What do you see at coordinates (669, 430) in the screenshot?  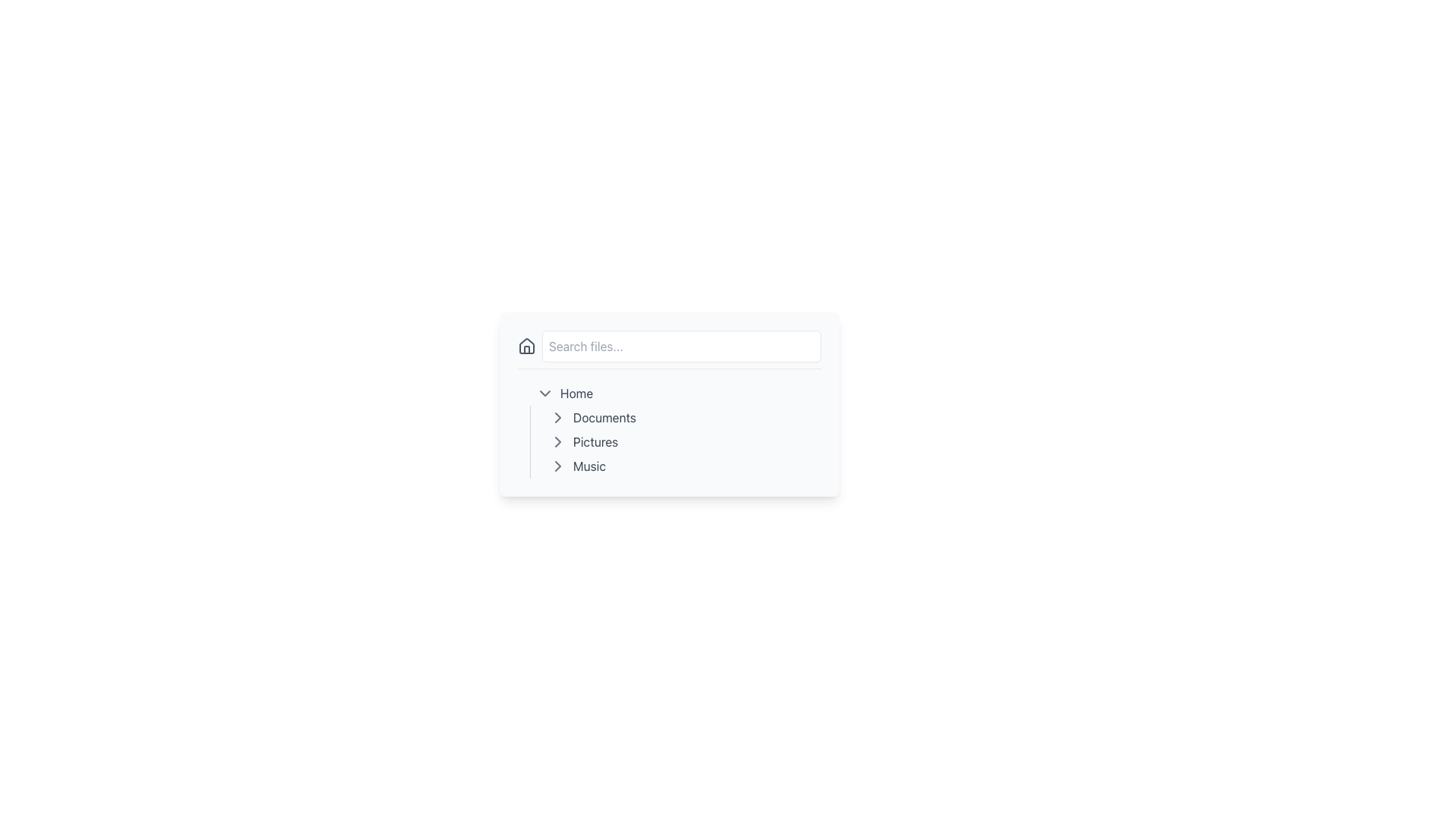 I see `the hierarchical list element containing the items 'Home', 'Documents', 'Pictures', and 'Music'` at bounding box center [669, 430].